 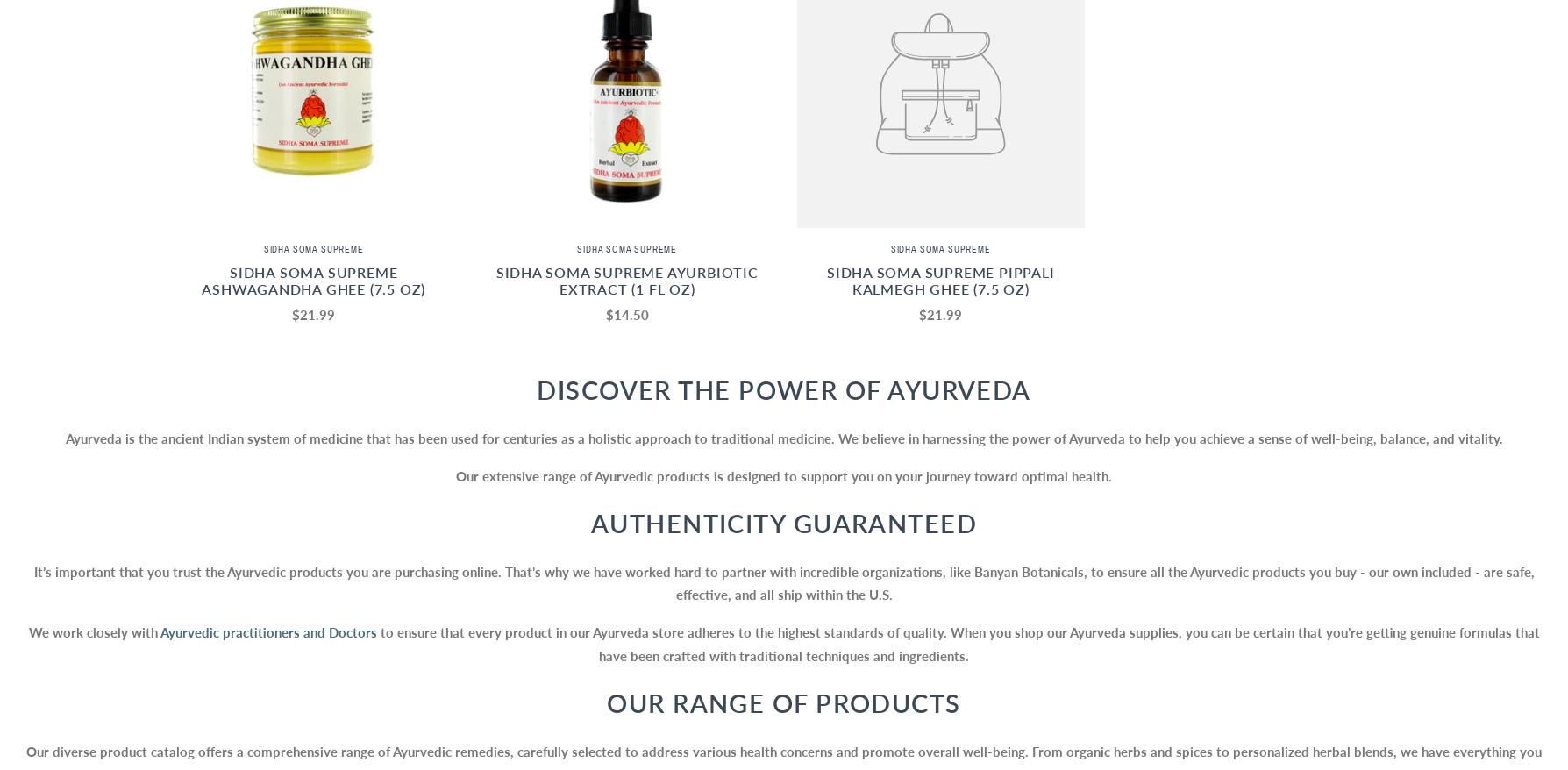 I want to click on 'Our Range of Products', so click(x=782, y=701).